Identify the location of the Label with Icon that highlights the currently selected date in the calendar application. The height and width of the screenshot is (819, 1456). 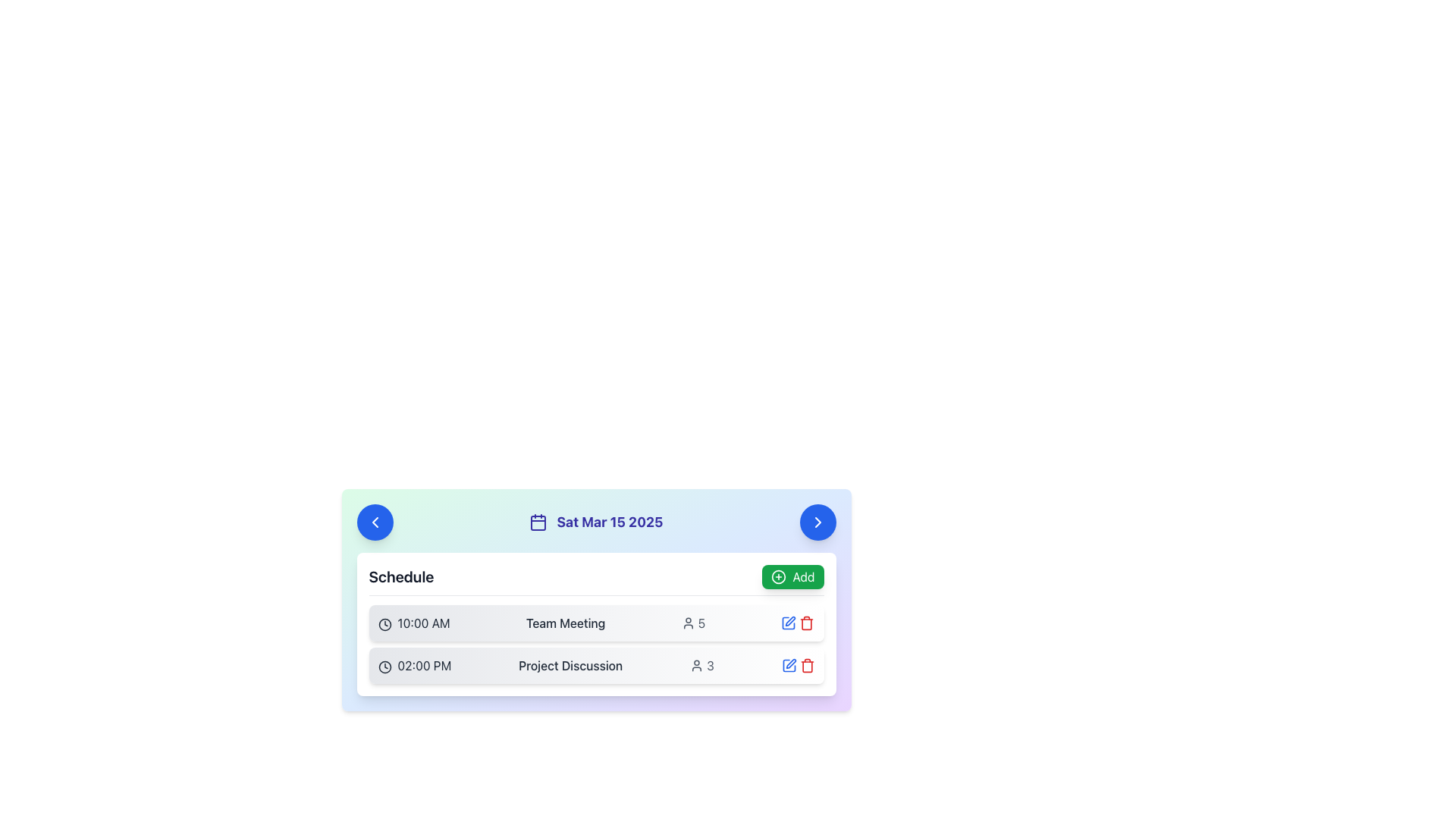
(595, 522).